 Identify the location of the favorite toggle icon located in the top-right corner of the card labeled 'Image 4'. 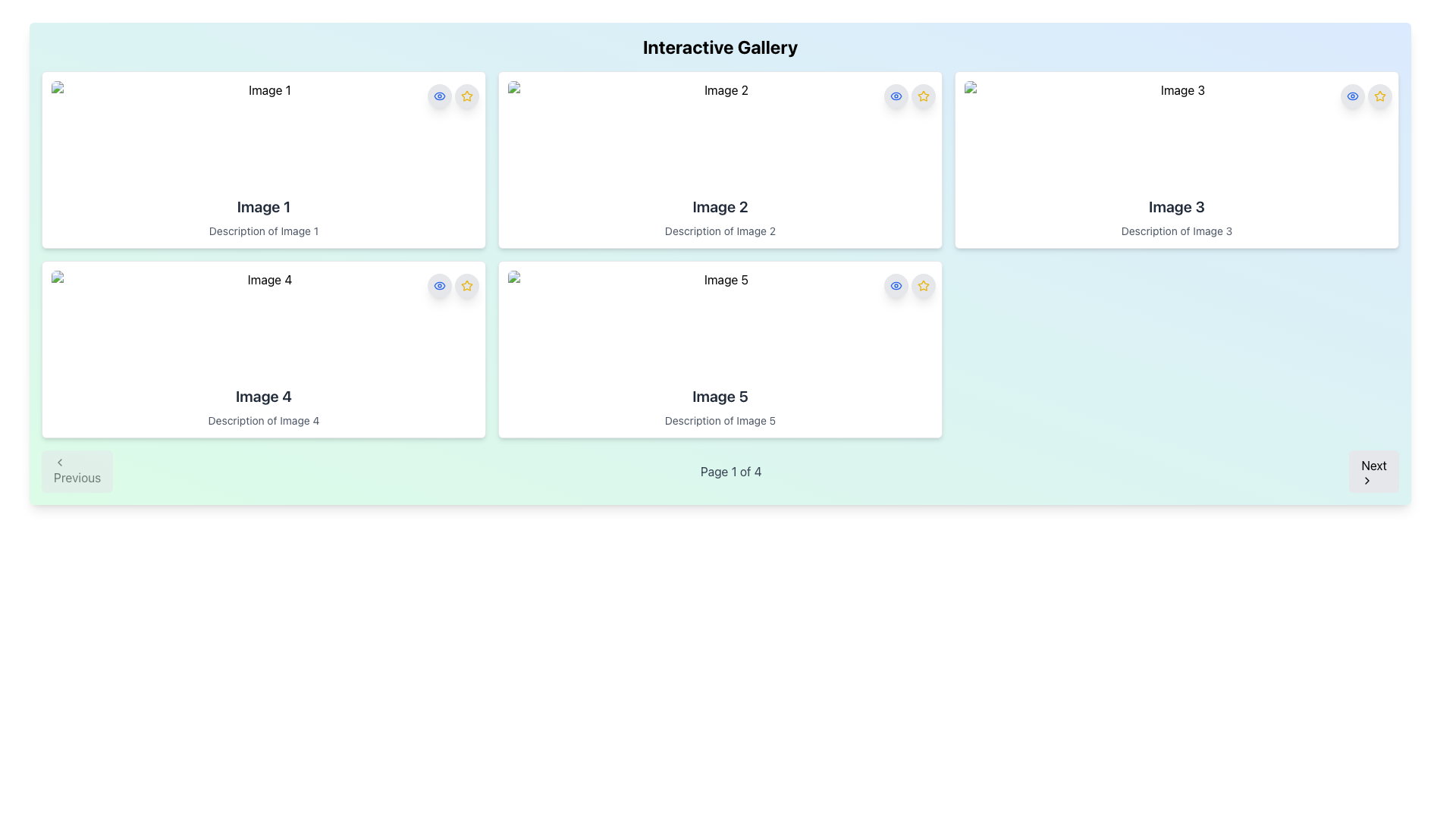
(466, 96).